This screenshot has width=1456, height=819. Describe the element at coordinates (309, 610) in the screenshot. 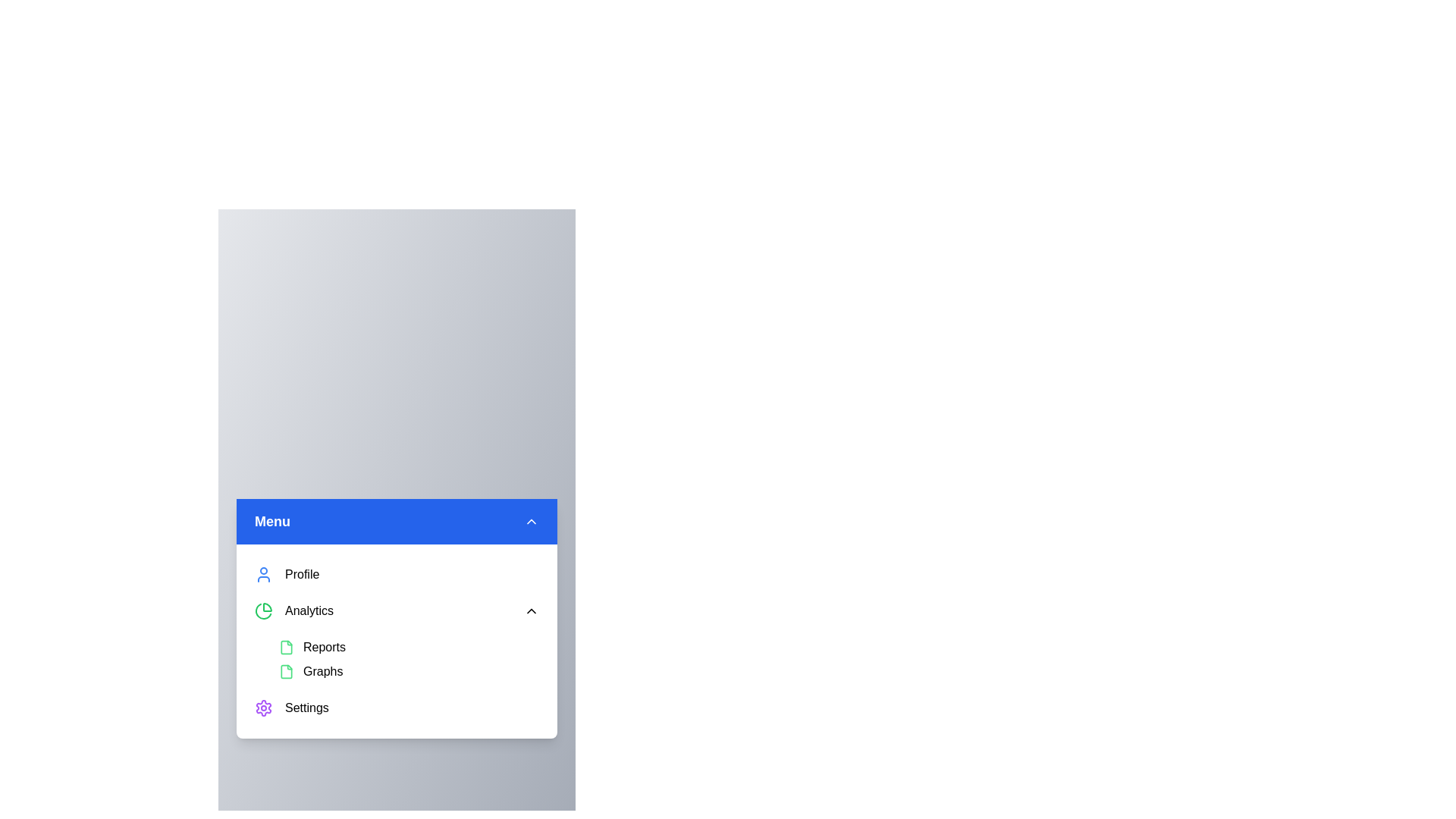

I see `the 'Analytics' text label in the dropdown menu` at that location.